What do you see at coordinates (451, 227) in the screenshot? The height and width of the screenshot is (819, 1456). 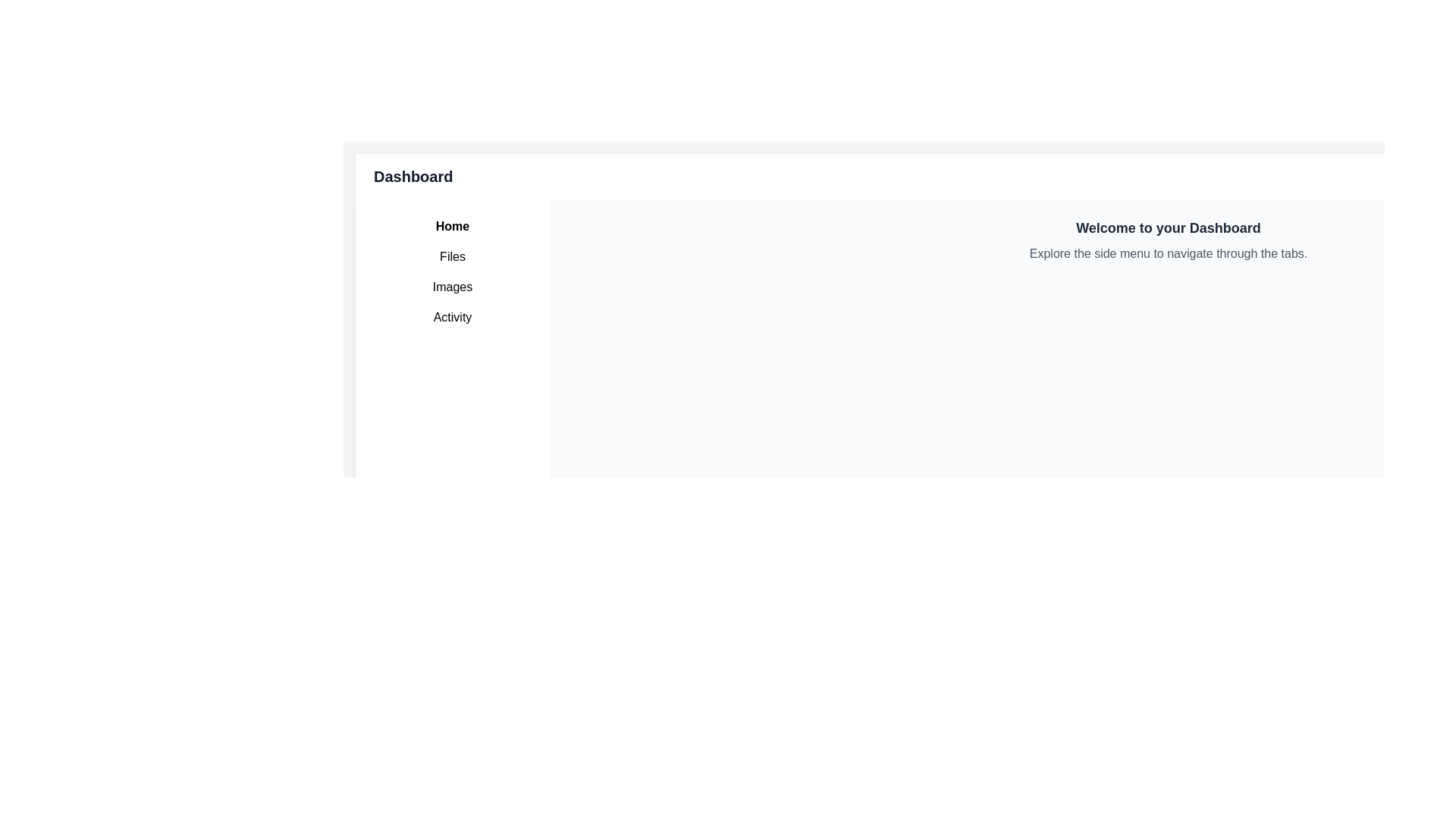 I see `the bold 'Home' text link in the vertical navigation menu` at bounding box center [451, 227].